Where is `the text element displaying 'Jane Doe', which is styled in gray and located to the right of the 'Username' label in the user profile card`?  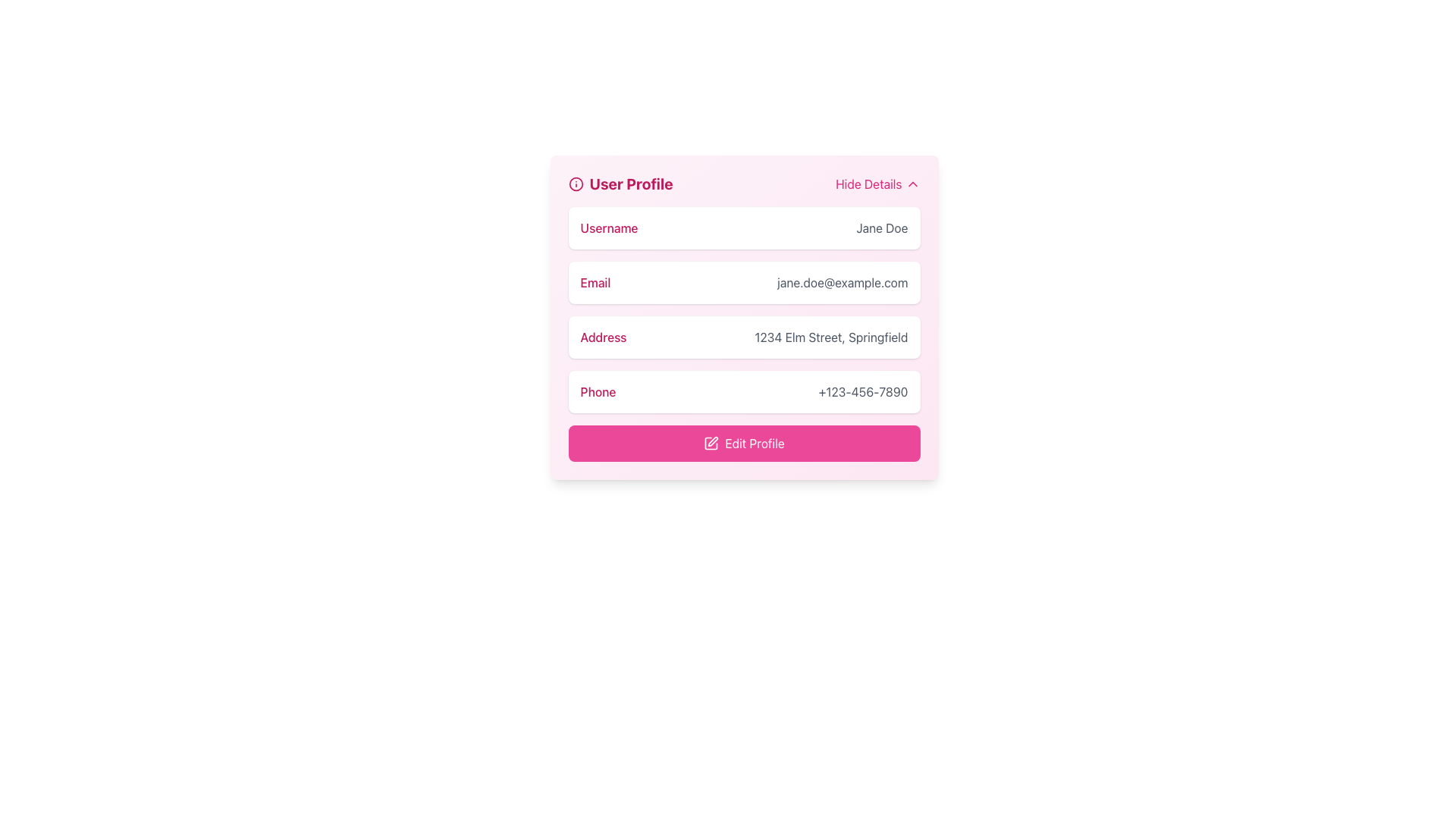
the text element displaying 'Jane Doe', which is styled in gray and located to the right of the 'Username' label in the user profile card is located at coordinates (882, 227).